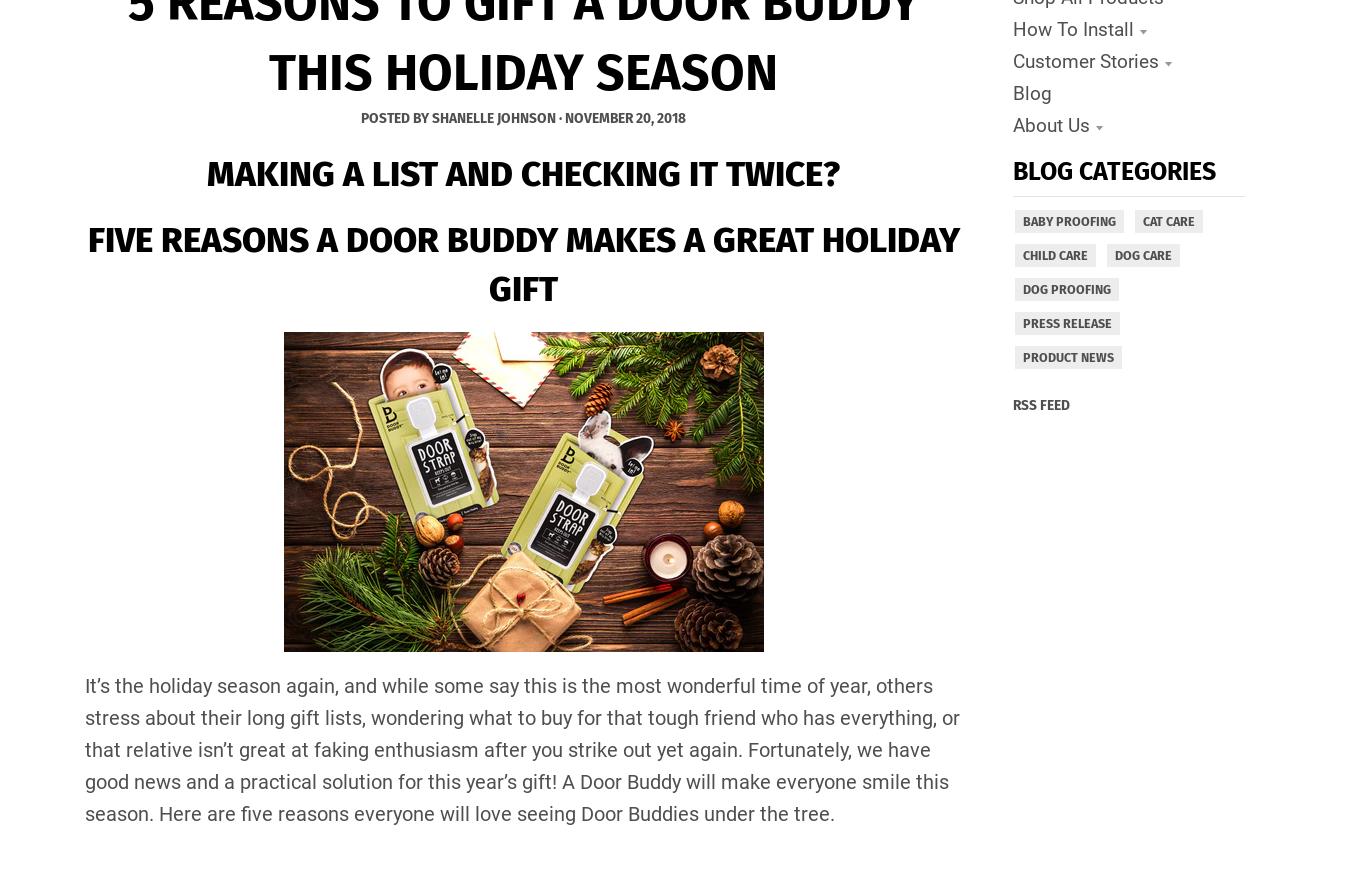  Describe the element at coordinates (1084, 60) in the screenshot. I see `'Customer Stories'` at that location.